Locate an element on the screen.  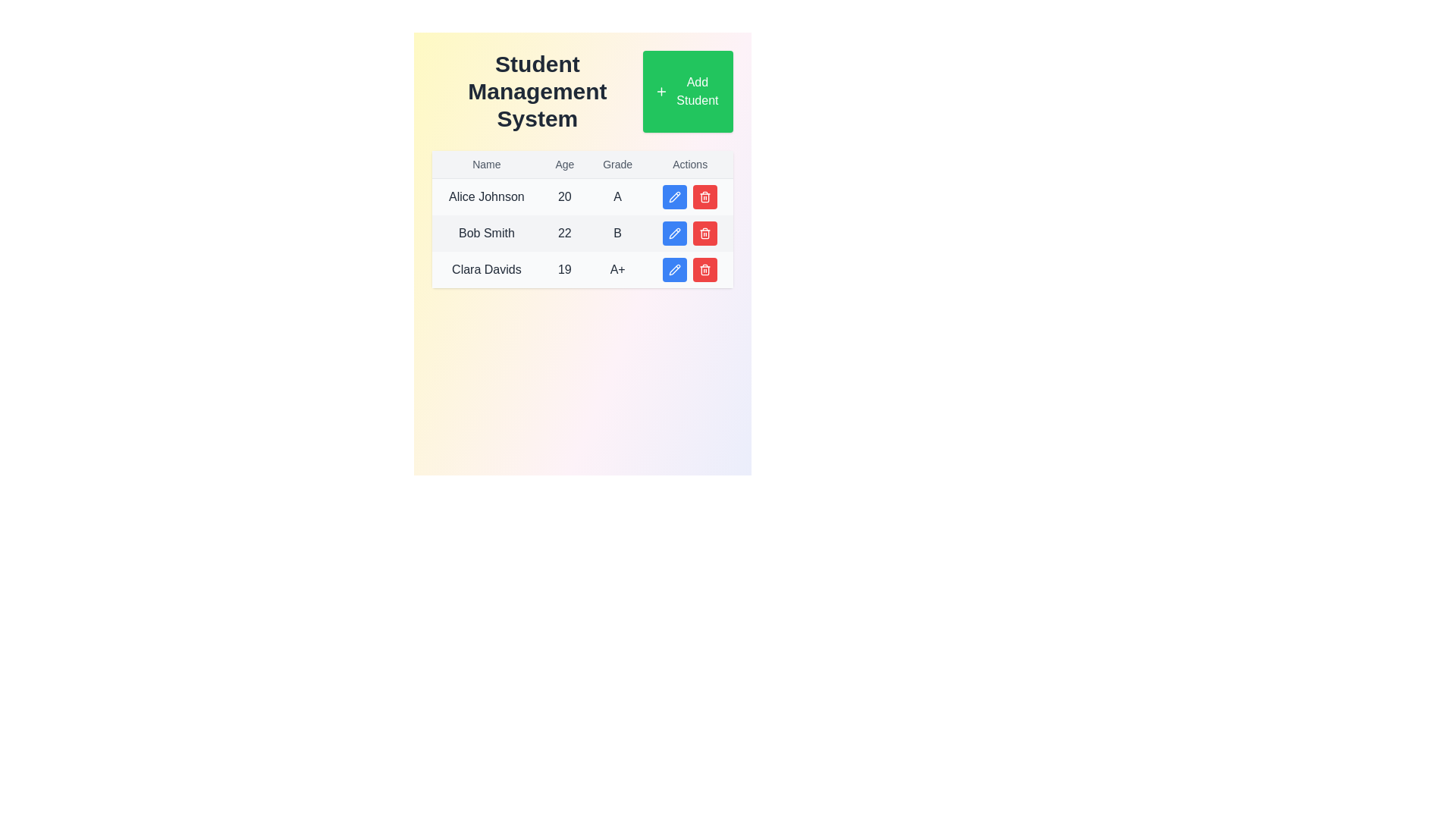
the static text displaying the student's grade in the third row of the table under the 'Grade' column is located at coordinates (617, 268).